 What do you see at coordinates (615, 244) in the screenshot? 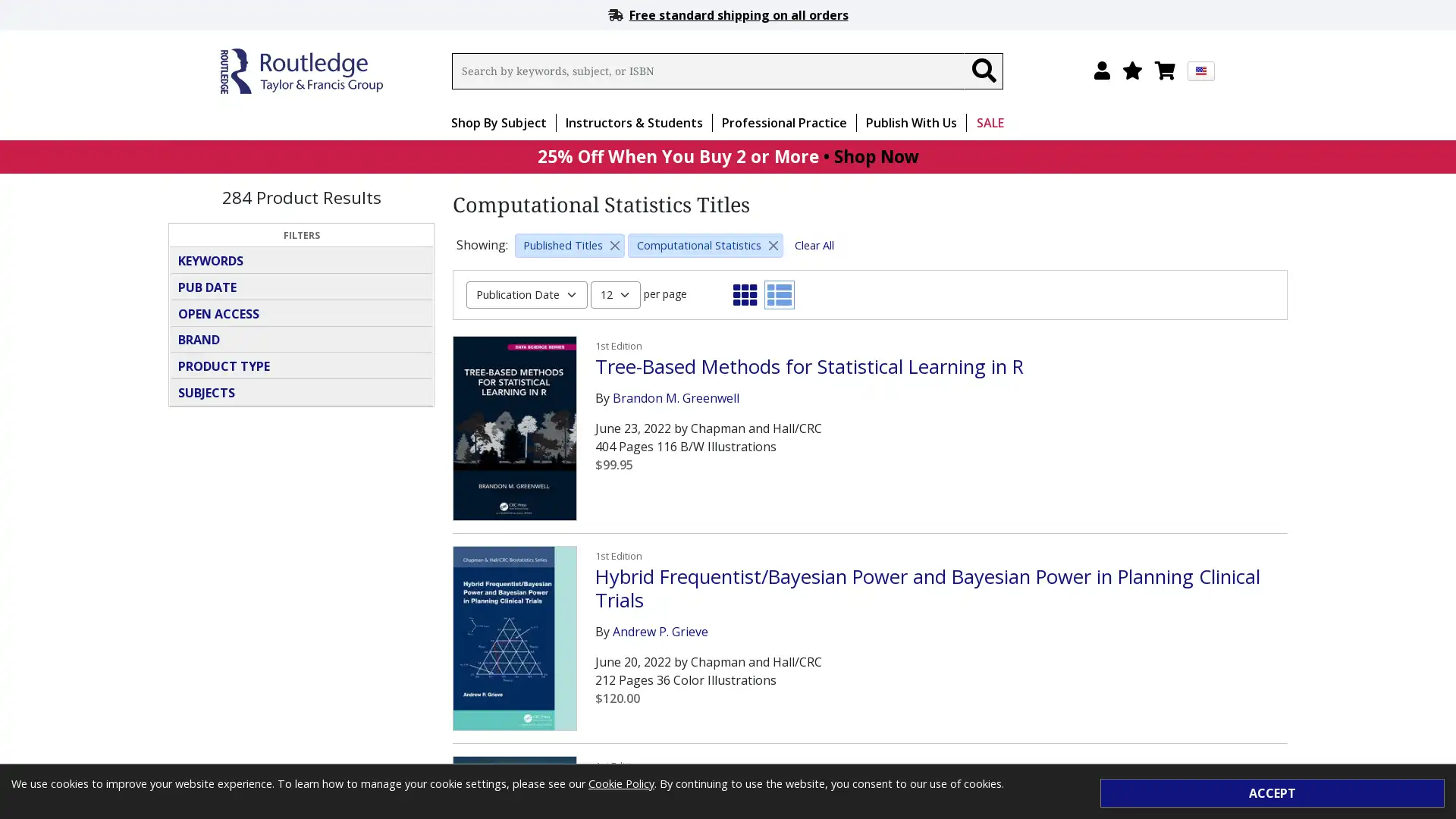
I see `Remove Published Titles filter` at bounding box center [615, 244].